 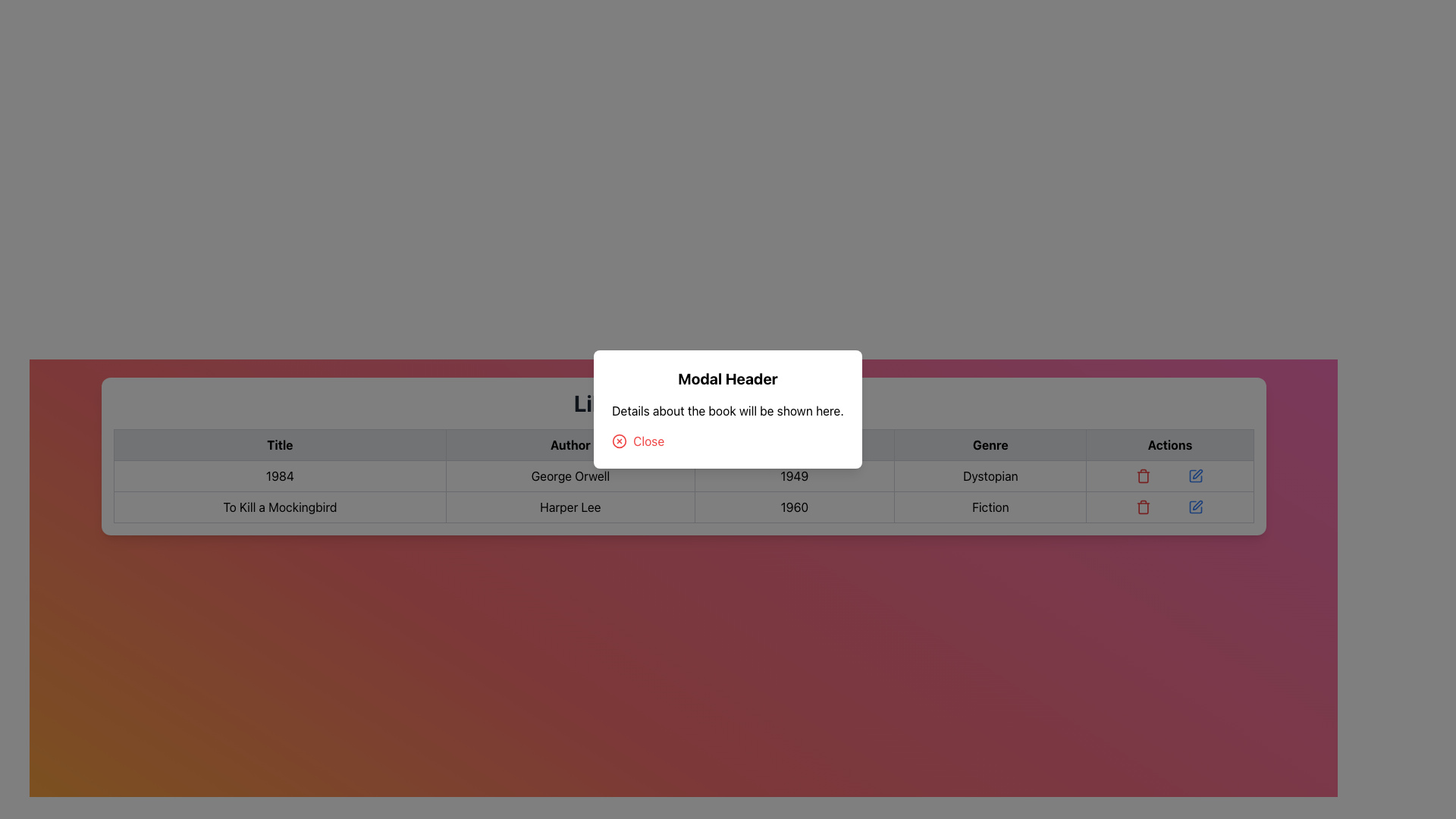 I want to click on the 'Genre' header text label, which is the fourth header in a row of similar headers including 'Title', 'Author', 'Published', and 'Actions', so click(x=990, y=444).